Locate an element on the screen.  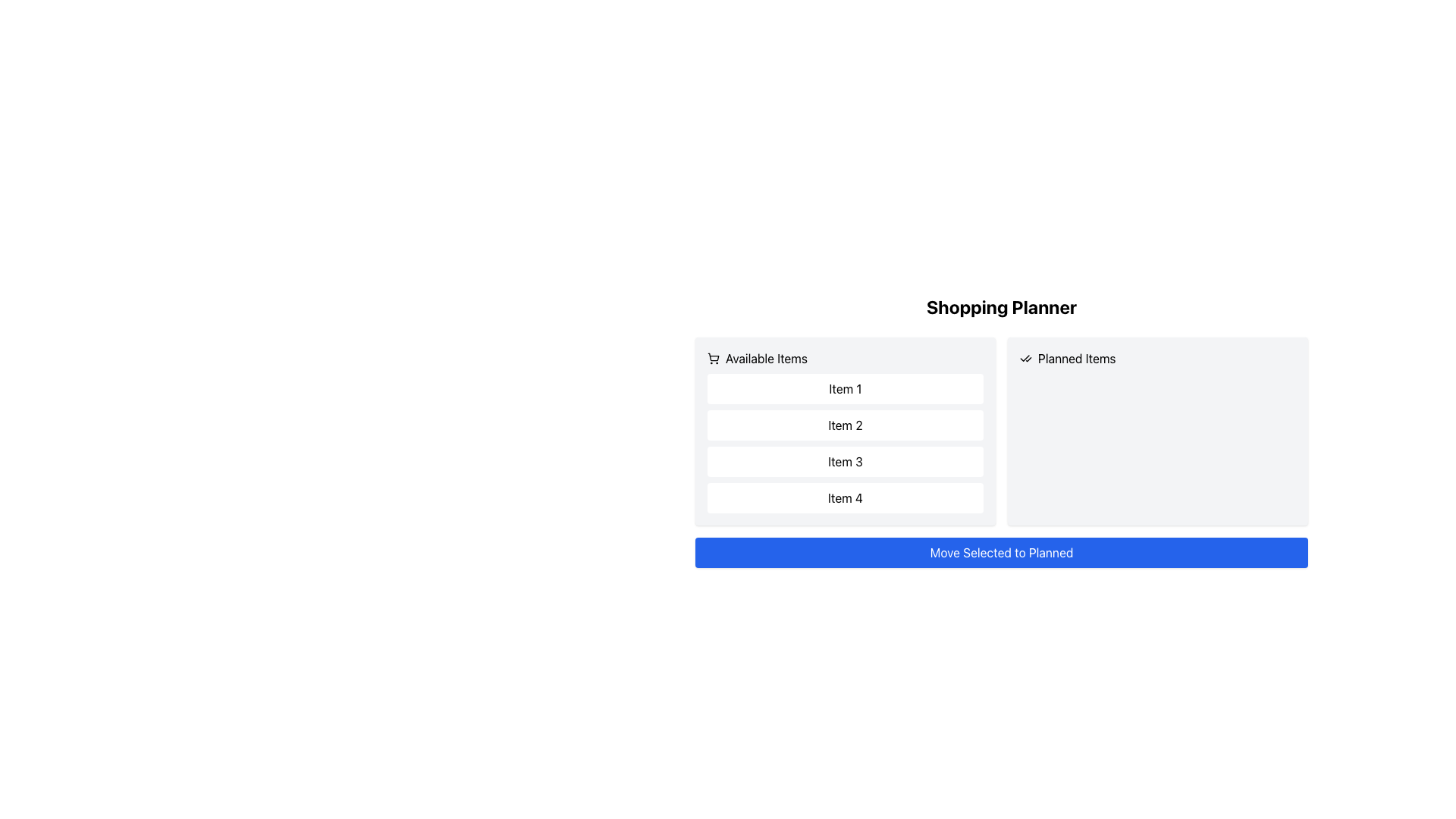
the first item labeled 'Item 1' in the selectable list is located at coordinates (844, 388).